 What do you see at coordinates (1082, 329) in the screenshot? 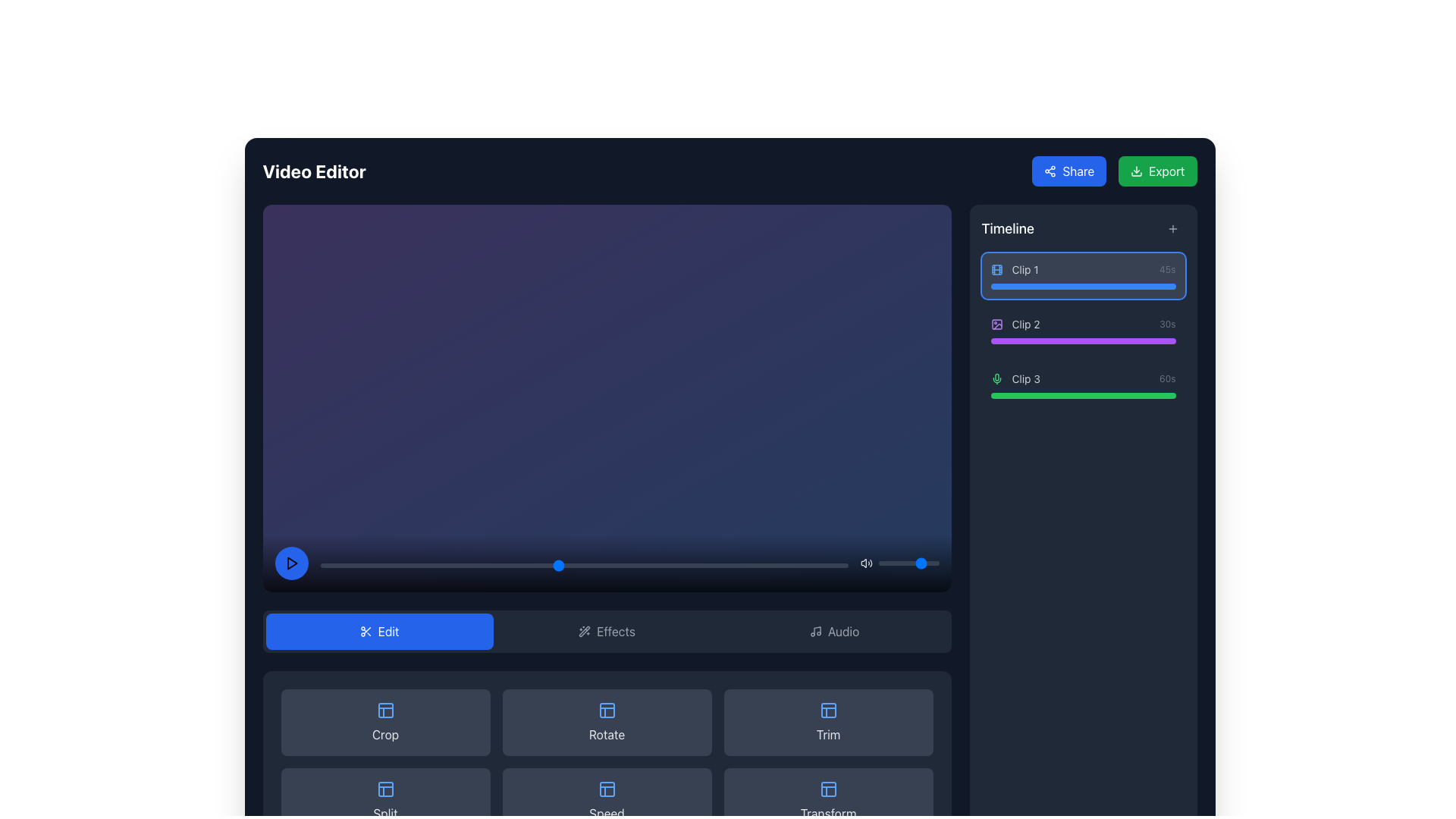
I see `to select the timeline clip item labeled 'Clip 2' located in the 'Timeline' section of the right panel` at bounding box center [1082, 329].